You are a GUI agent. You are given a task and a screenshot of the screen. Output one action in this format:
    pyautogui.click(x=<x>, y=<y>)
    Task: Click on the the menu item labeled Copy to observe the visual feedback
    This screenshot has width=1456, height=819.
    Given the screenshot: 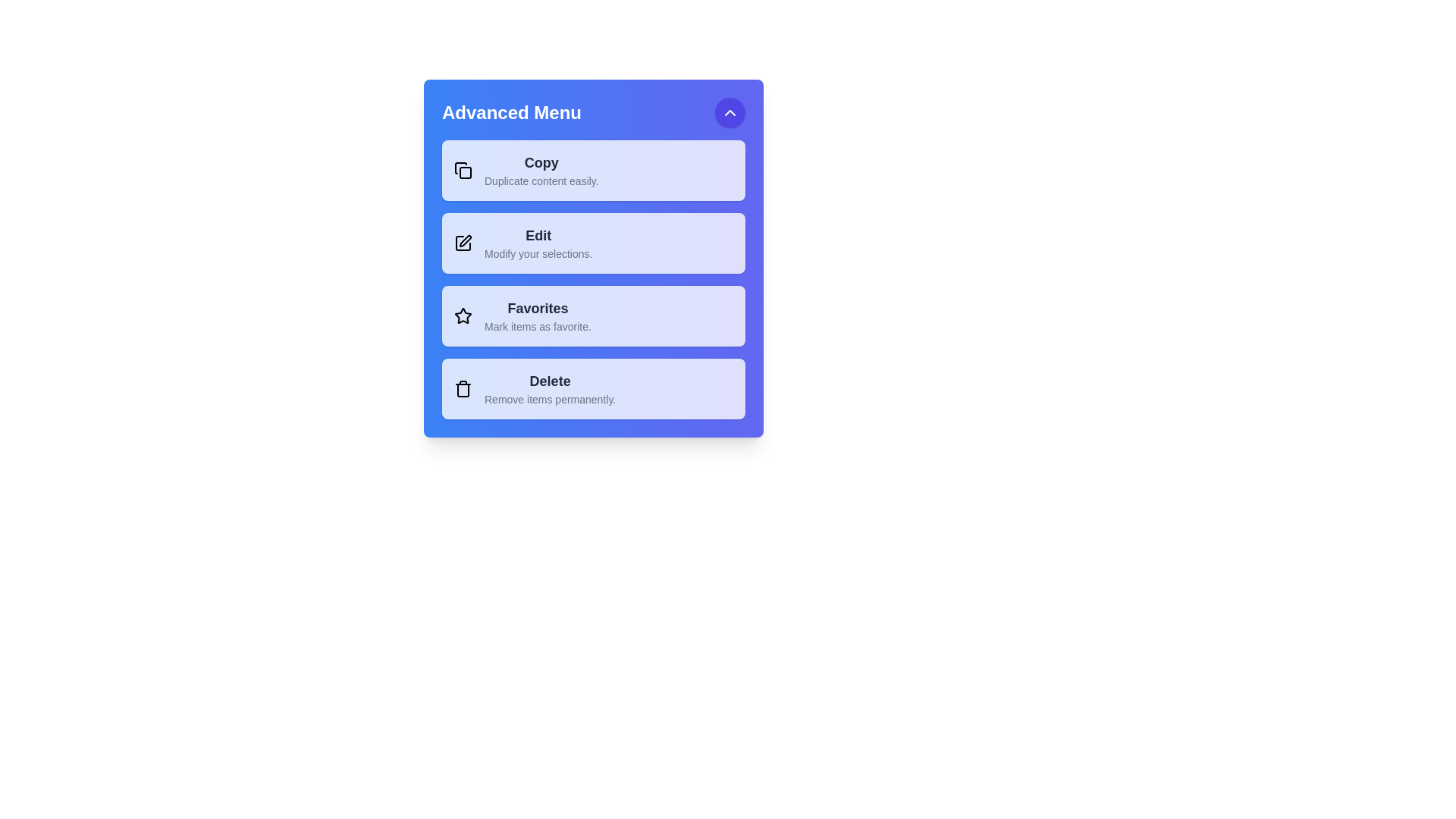 What is the action you would take?
    pyautogui.click(x=592, y=170)
    